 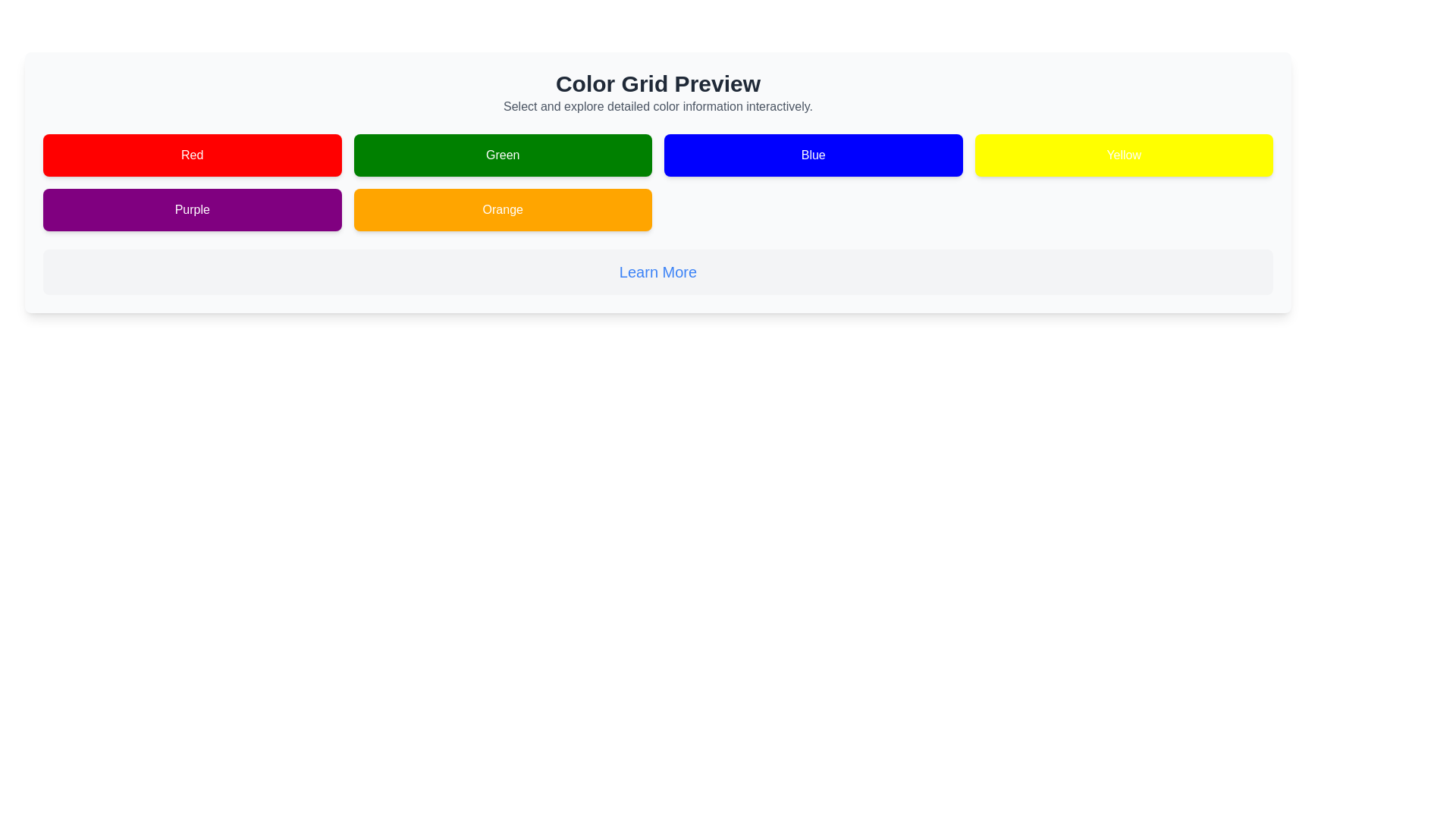 What do you see at coordinates (812, 155) in the screenshot?
I see `the button with a blue background and white text reading 'Blue' to trigger a visual response` at bounding box center [812, 155].